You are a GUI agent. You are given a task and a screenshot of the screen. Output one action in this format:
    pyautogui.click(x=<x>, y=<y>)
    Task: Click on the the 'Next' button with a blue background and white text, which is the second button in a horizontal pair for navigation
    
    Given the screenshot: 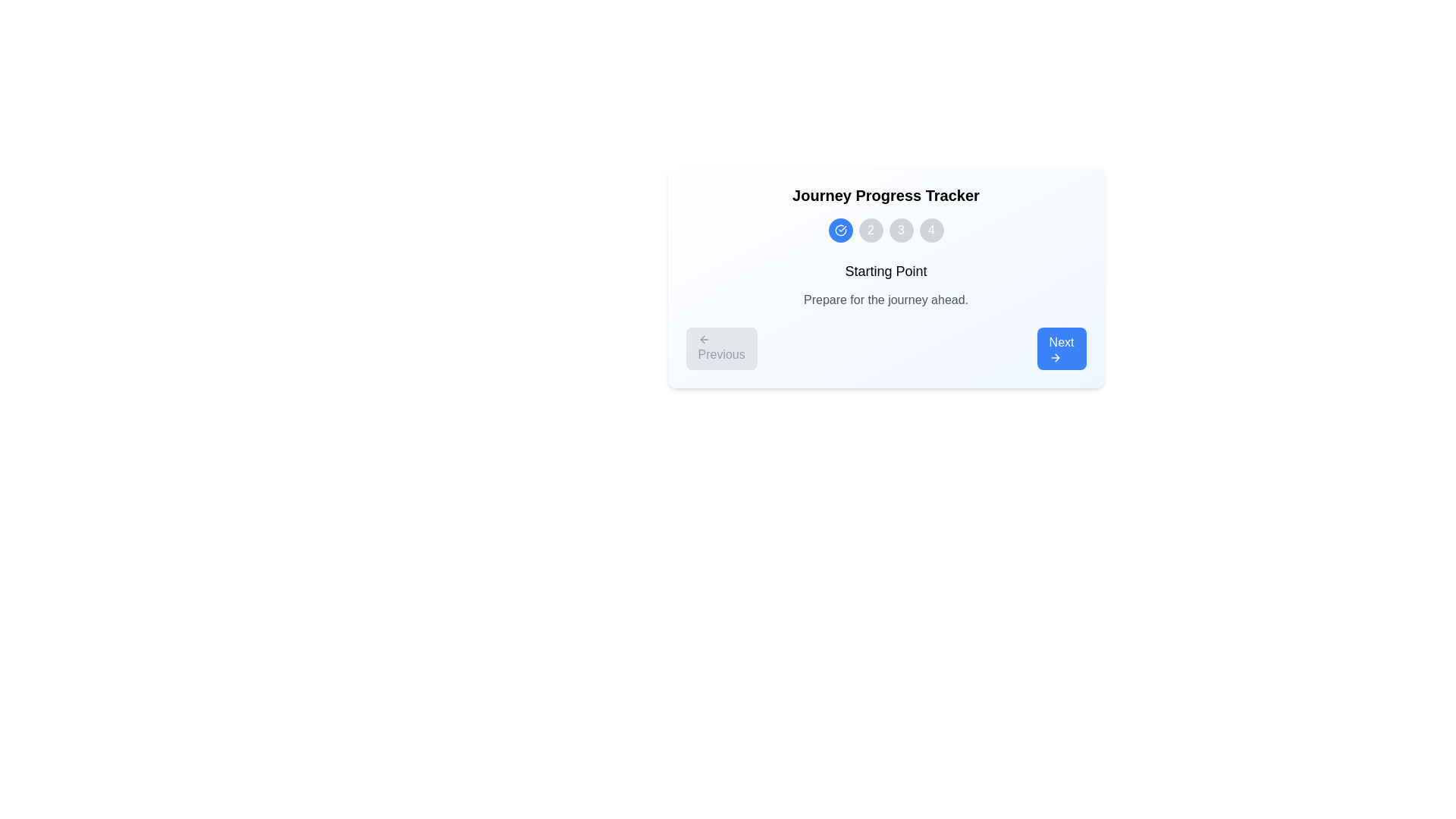 What is the action you would take?
    pyautogui.click(x=1061, y=348)
    